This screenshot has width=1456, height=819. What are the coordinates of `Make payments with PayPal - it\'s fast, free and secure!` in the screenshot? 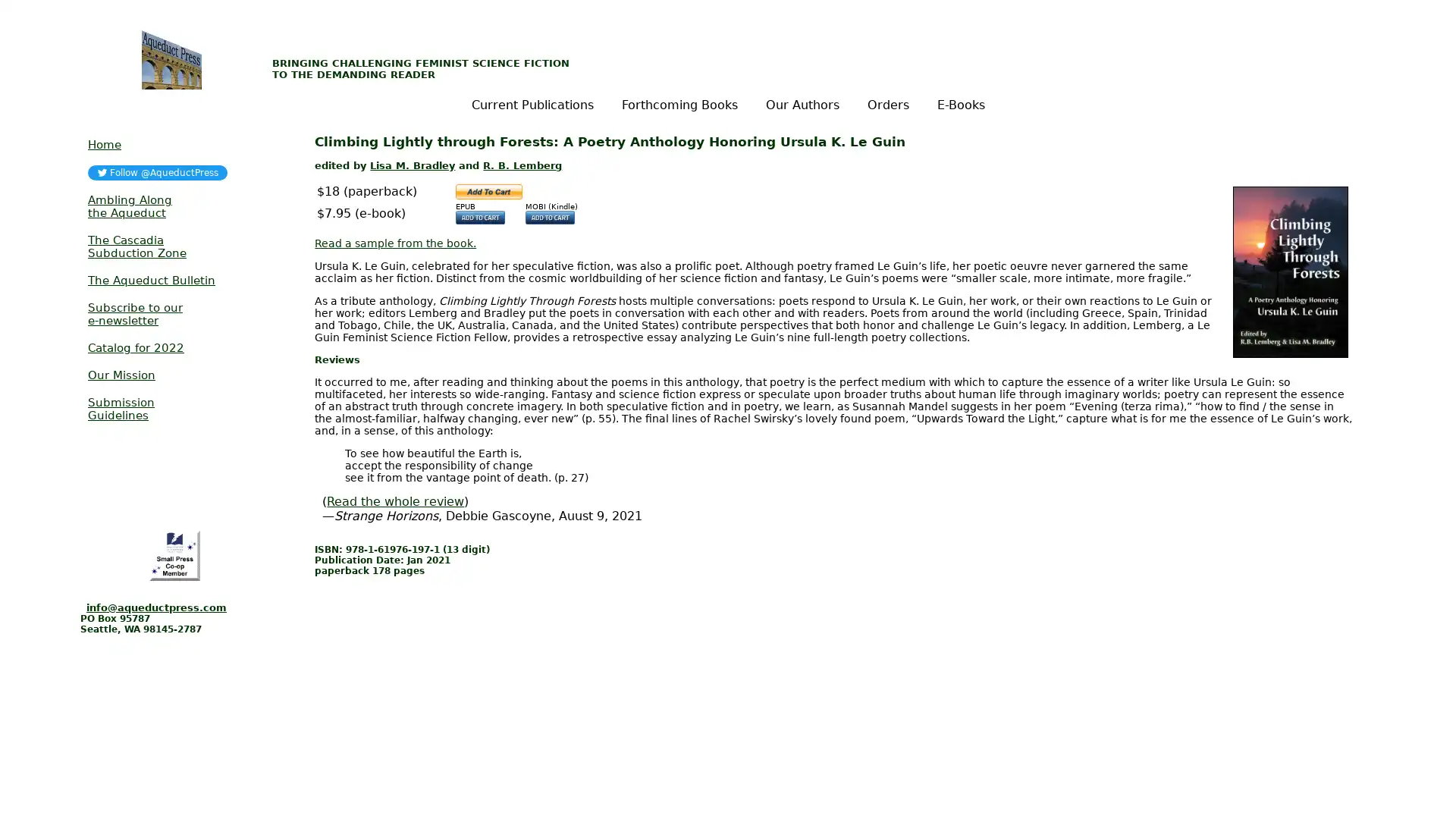 It's located at (488, 190).